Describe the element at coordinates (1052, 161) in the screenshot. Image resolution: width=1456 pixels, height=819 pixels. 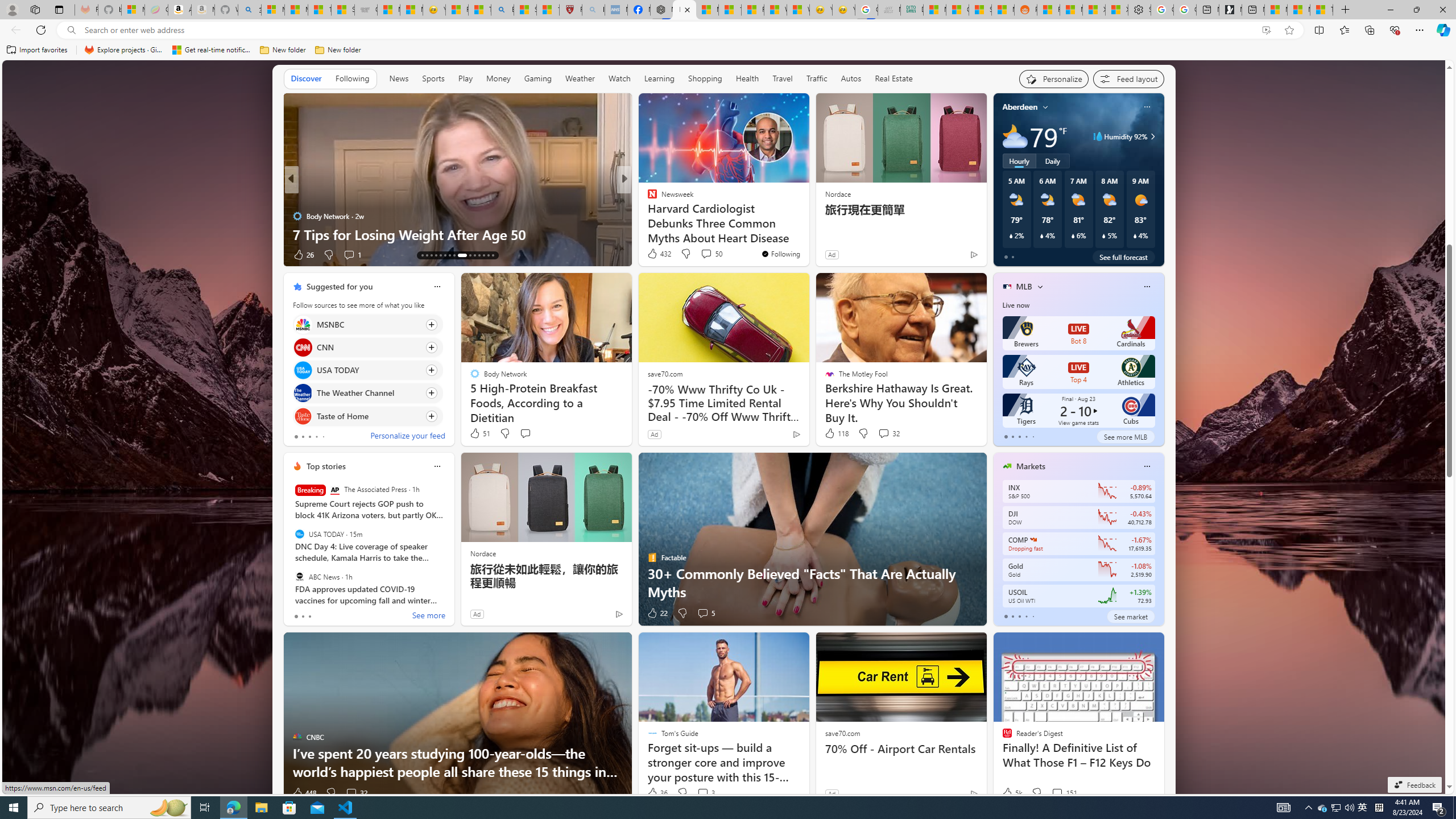
I see `'Daily'` at that location.